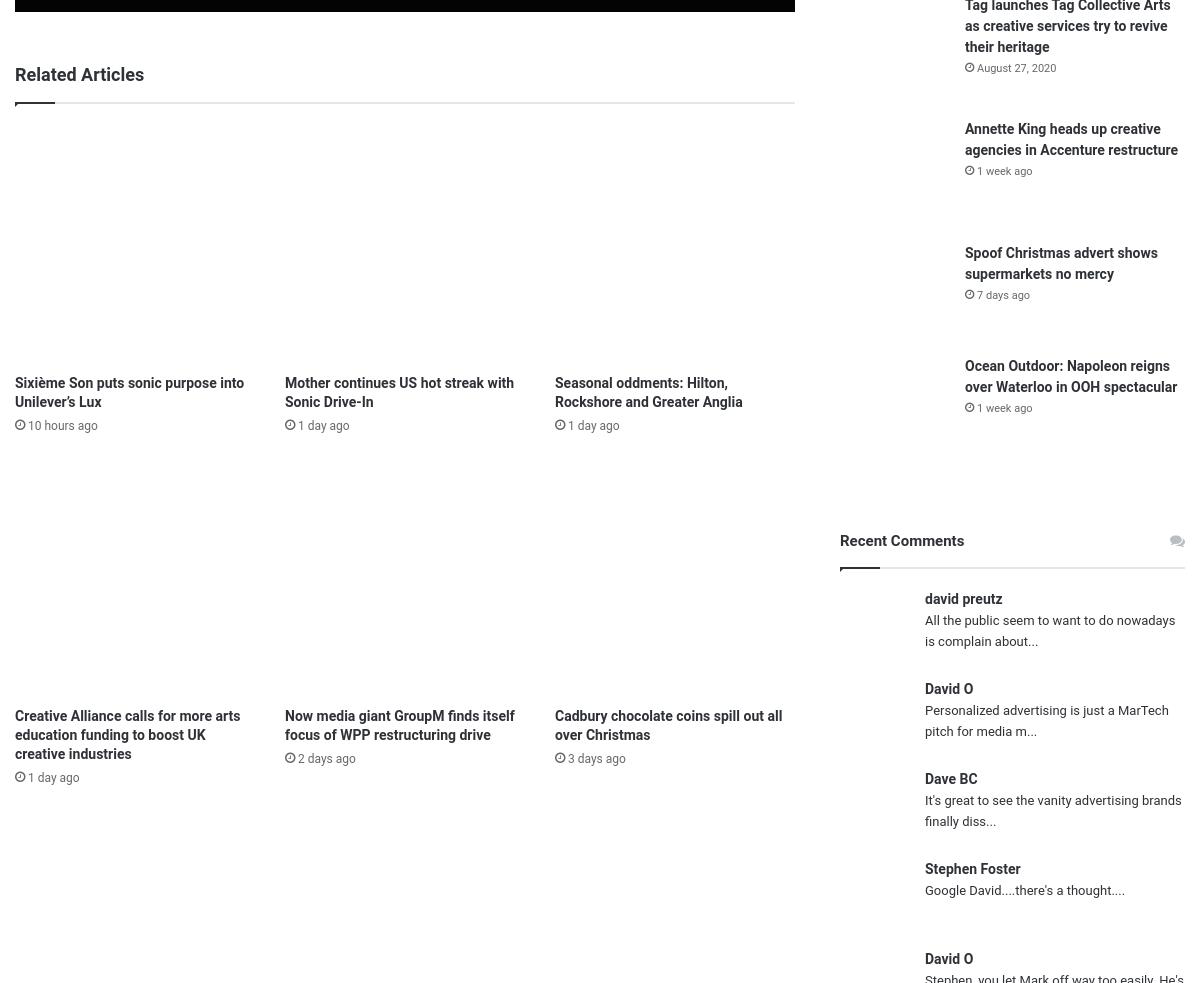 Image resolution: width=1200 pixels, height=983 pixels. Describe the element at coordinates (1060, 263) in the screenshot. I see `'Spoof Christmas advert shows supermarkets no mercy'` at that location.